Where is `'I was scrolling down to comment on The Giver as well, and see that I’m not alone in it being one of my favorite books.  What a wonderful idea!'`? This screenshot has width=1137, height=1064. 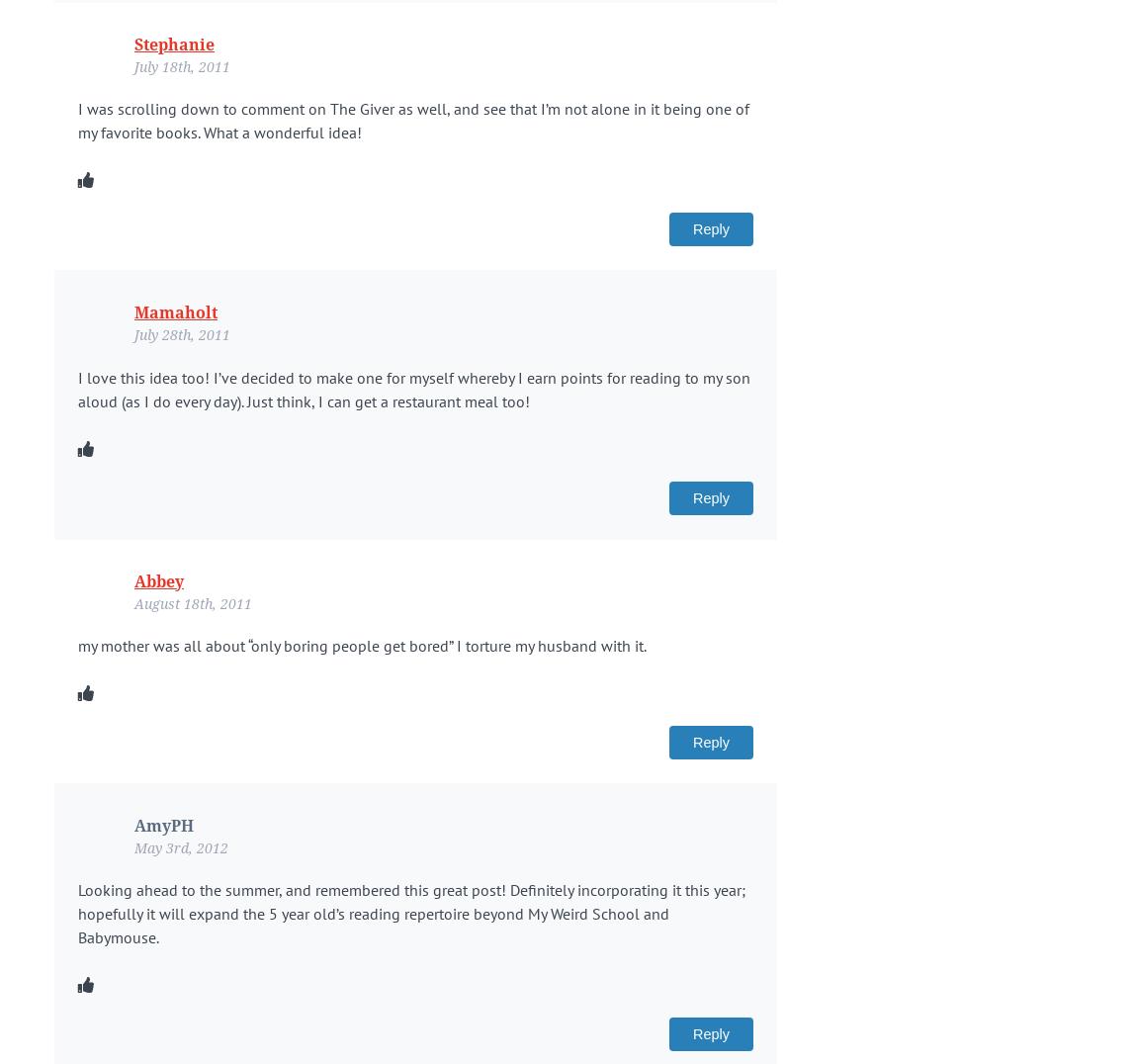
'I was scrolling down to comment on The Giver as well, and see that I’m not alone in it being one of my favorite books.  What a wonderful idea!' is located at coordinates (413, 120).